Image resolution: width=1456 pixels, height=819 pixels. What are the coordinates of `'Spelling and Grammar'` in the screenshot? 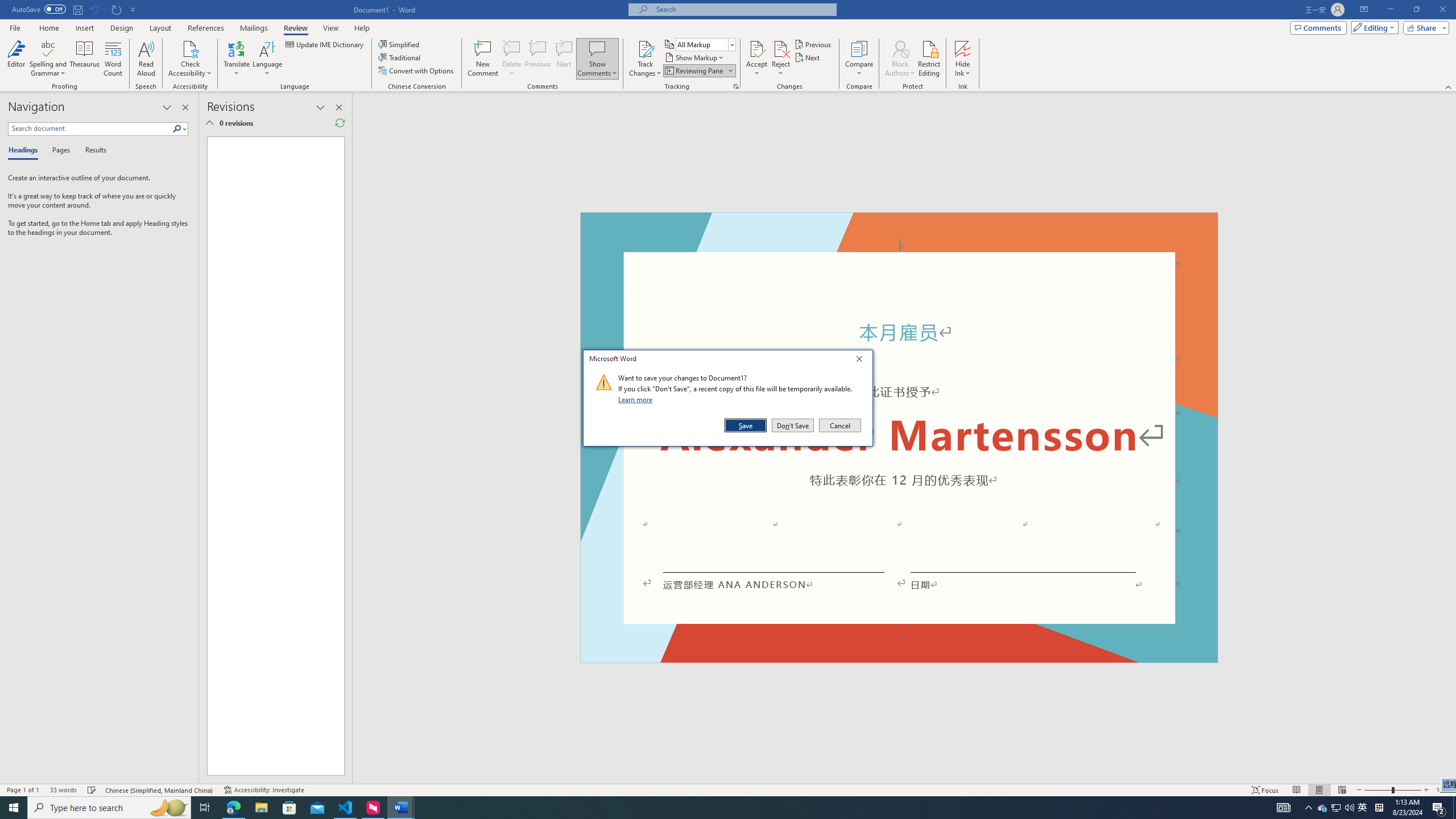 It's located at (48, 59).